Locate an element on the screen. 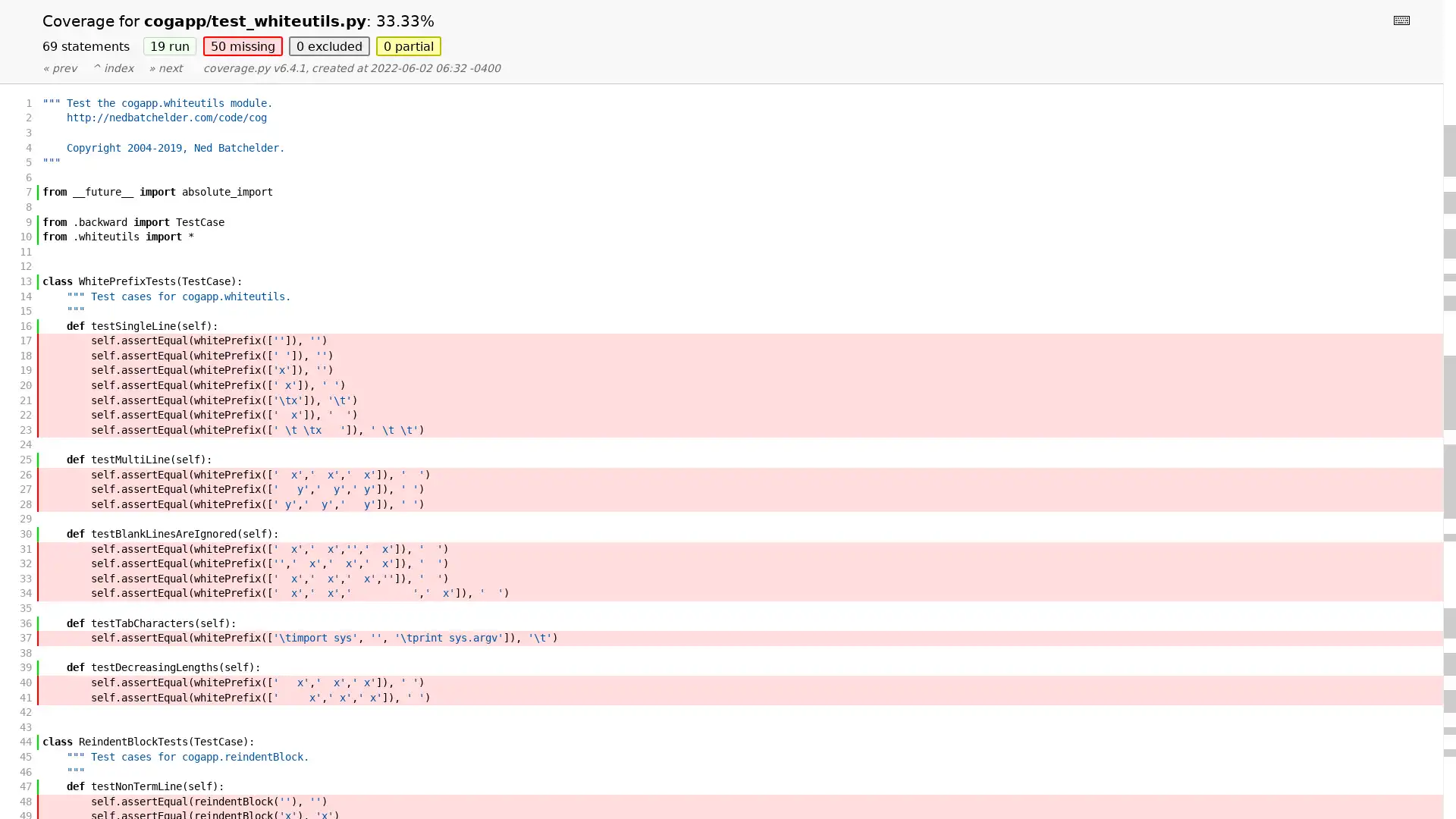 The height and width of the screenshot is (819, 1456). 0 excluded is located at coordinates (328, 45).